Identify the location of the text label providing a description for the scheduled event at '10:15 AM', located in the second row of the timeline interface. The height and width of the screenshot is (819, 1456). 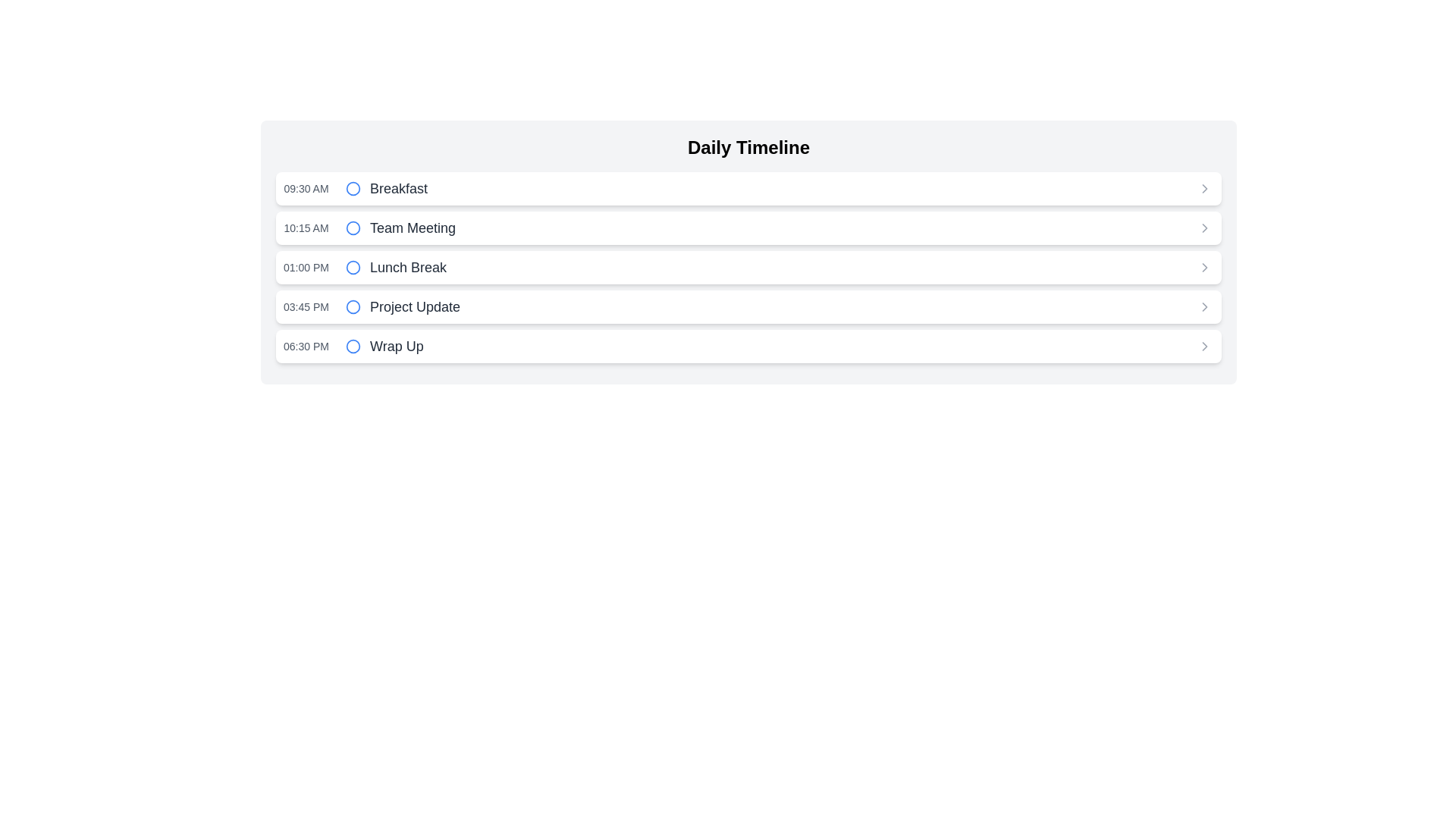
(413, 227).